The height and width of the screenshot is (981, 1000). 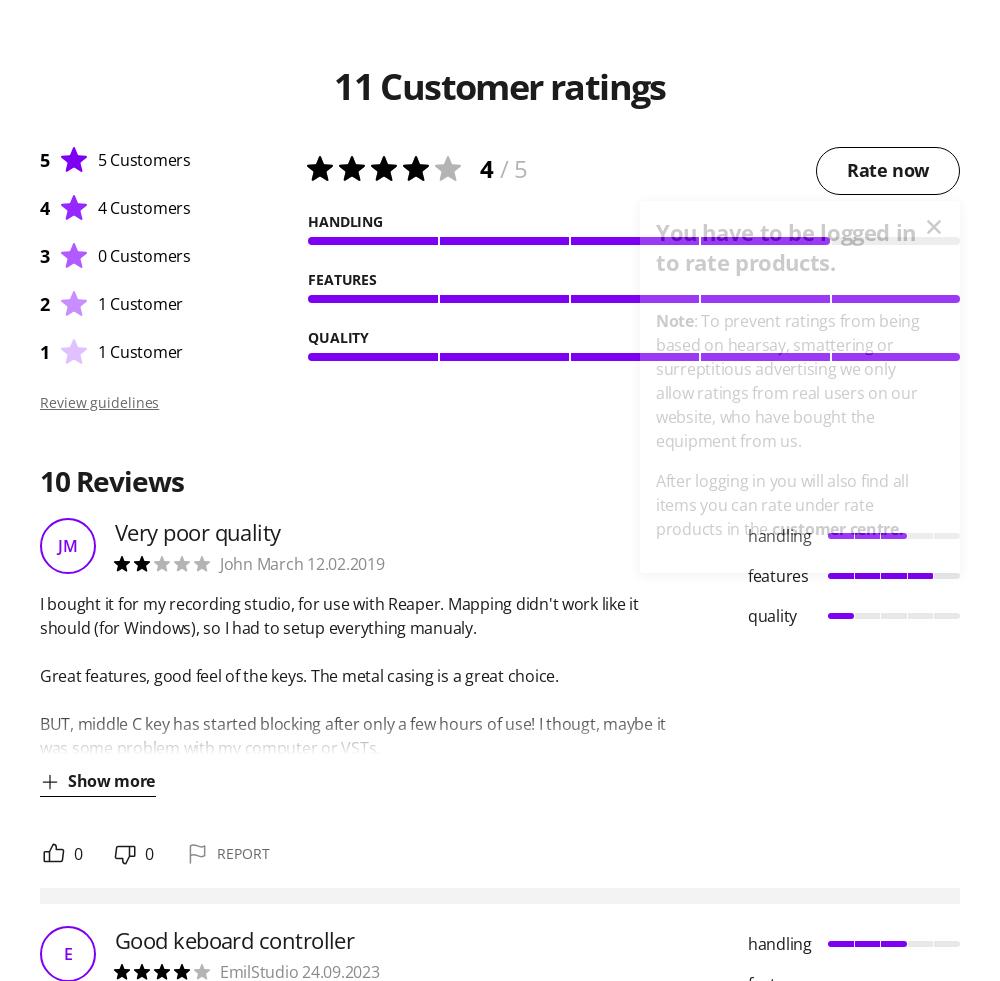 What do you see at coordinates (66, 546) in the screenshot?
I see `'JM'` at bounding box center [66, 546].